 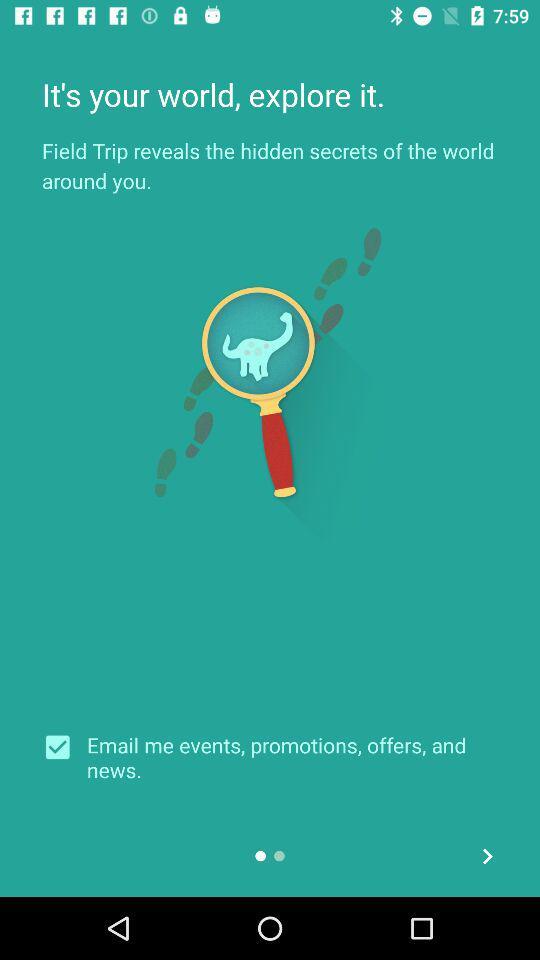 I want to click on next page, so click(x=486, y=855).